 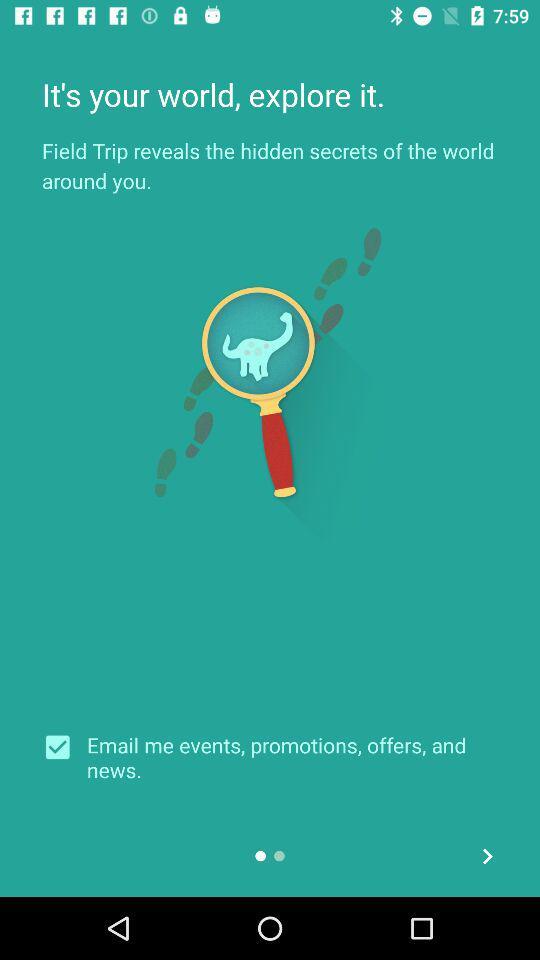 I want to click on next page, so click(x=486, y=855).